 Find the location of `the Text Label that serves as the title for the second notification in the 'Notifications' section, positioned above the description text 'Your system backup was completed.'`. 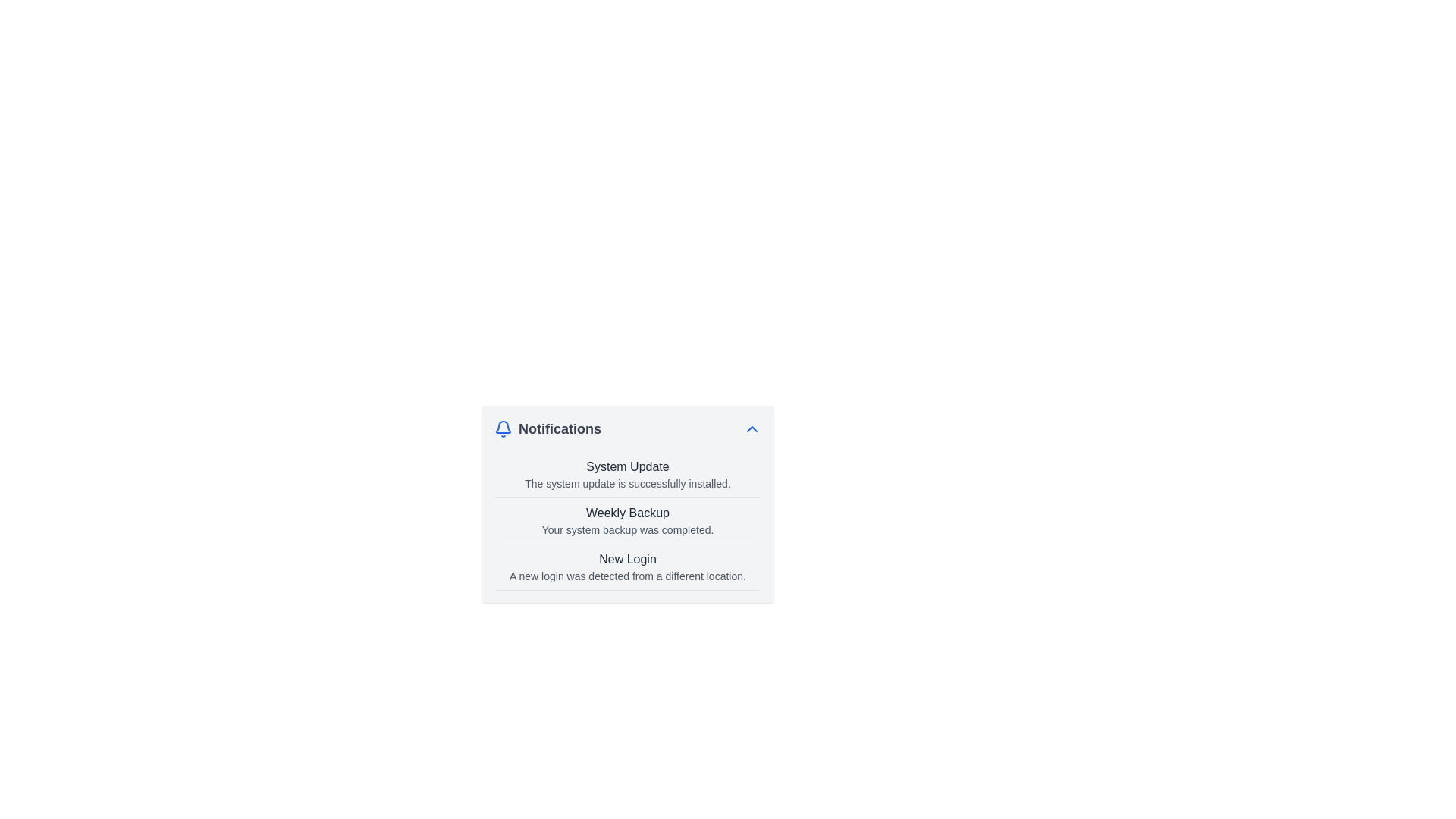

the Text Label that serves as the title for the second notification in the 'Notifications' section, positioned above the description text 'Your system backup was completed.' is located at coordinates (628, 513).